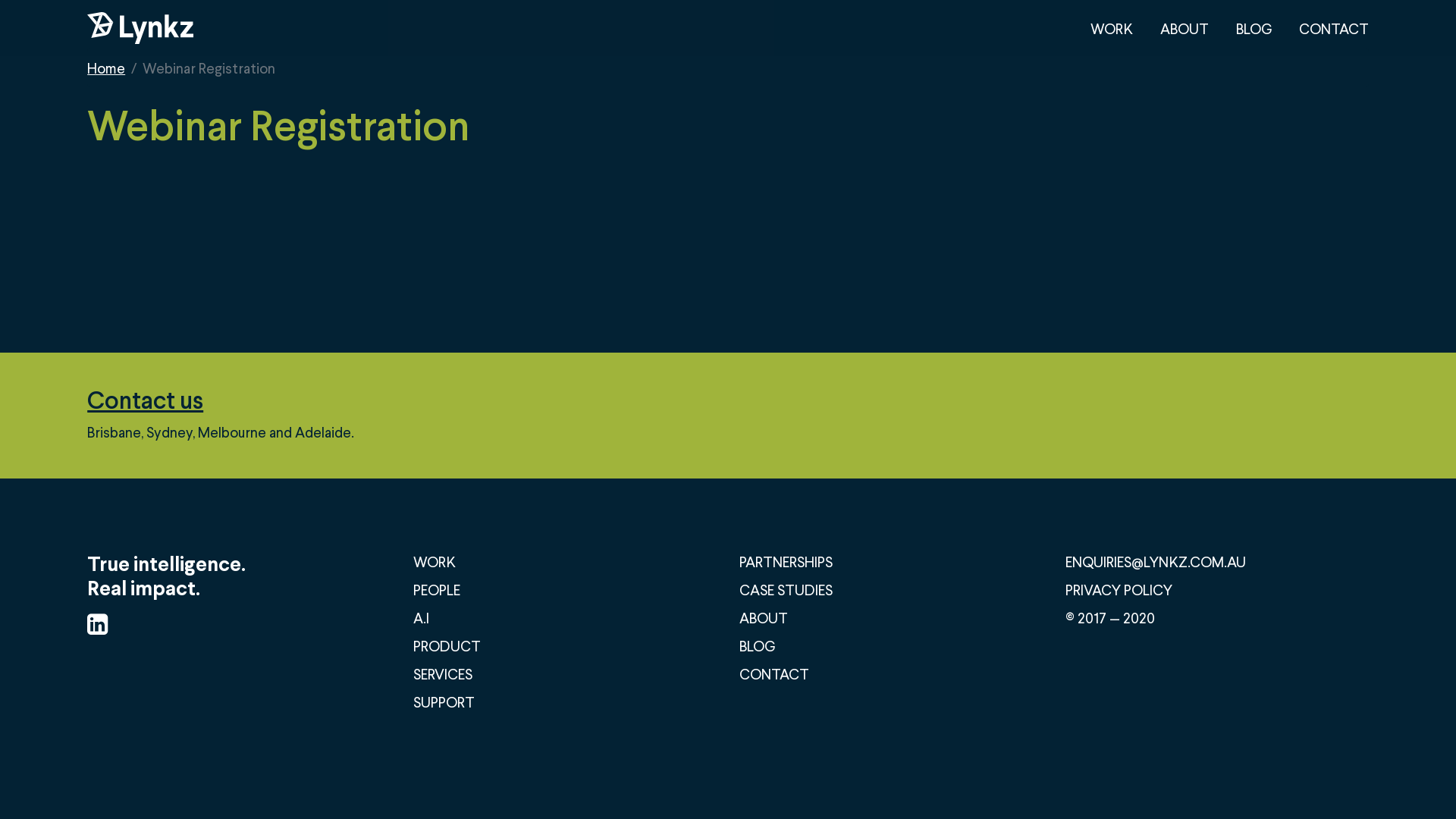  Describe the element at coordinates (1111, 28) in the screenshot. I see `'WORK'` at that location.